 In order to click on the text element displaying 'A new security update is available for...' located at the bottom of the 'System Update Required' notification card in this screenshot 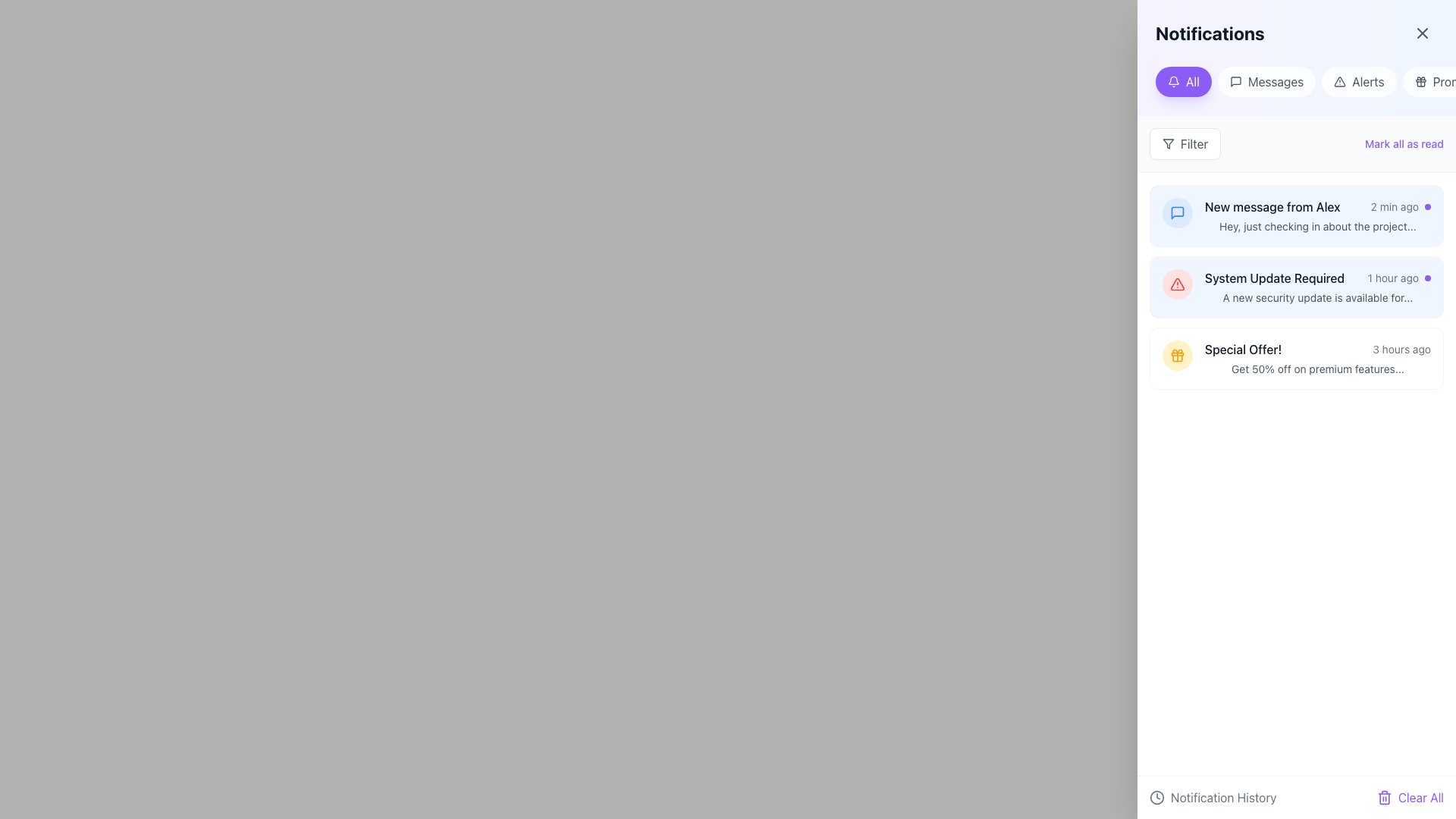, I will do `click(1316, 298)`.